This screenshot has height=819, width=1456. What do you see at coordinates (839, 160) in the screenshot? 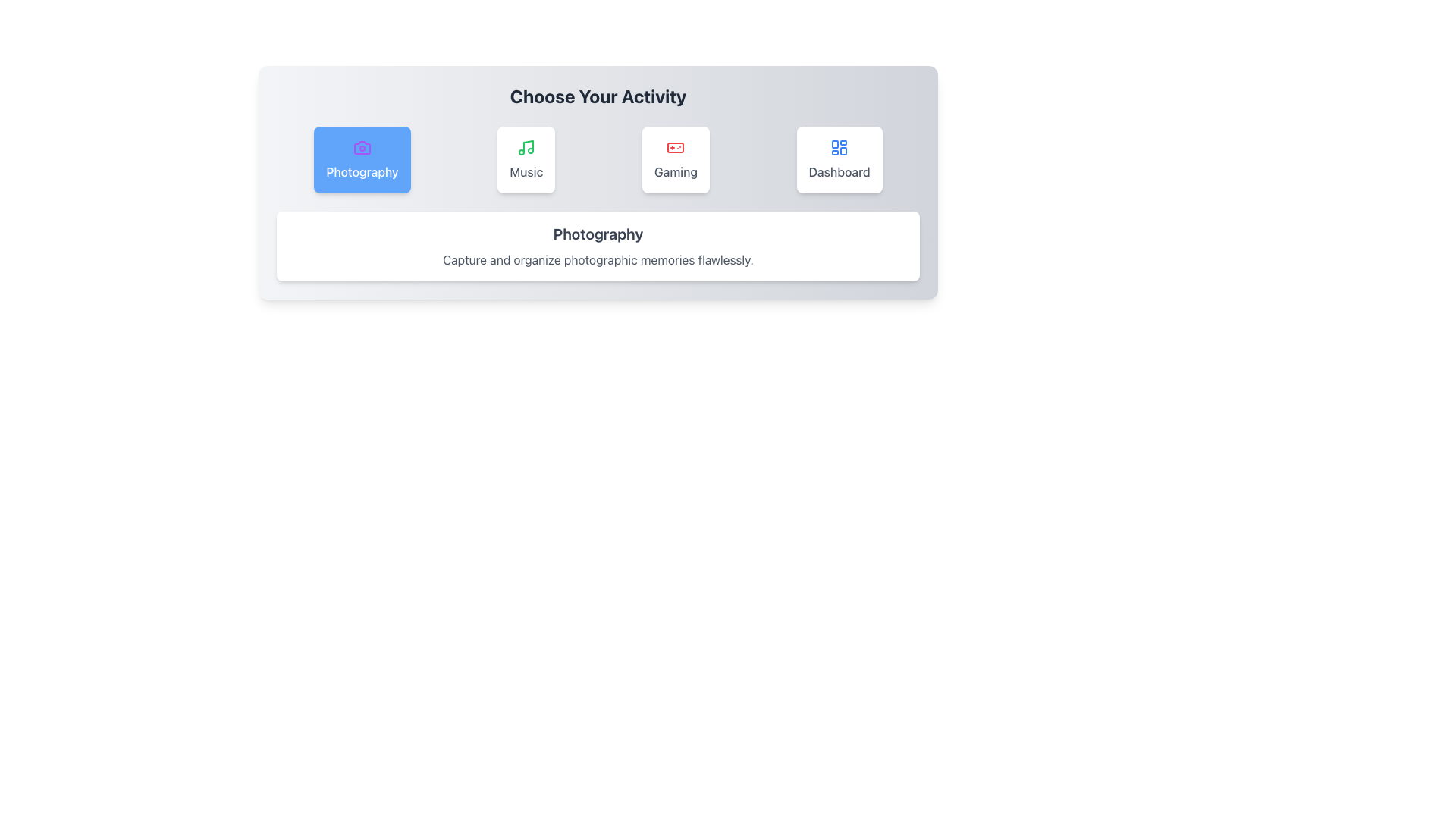
I see `the 'Dashboard' button, which is a rectangular button with rounded corners, white background, featuring an icon of four blue squares and the text label 'Dashboard' in gray, located on the far right of a horizontal row of buttons` at bounding box center [839, 160].